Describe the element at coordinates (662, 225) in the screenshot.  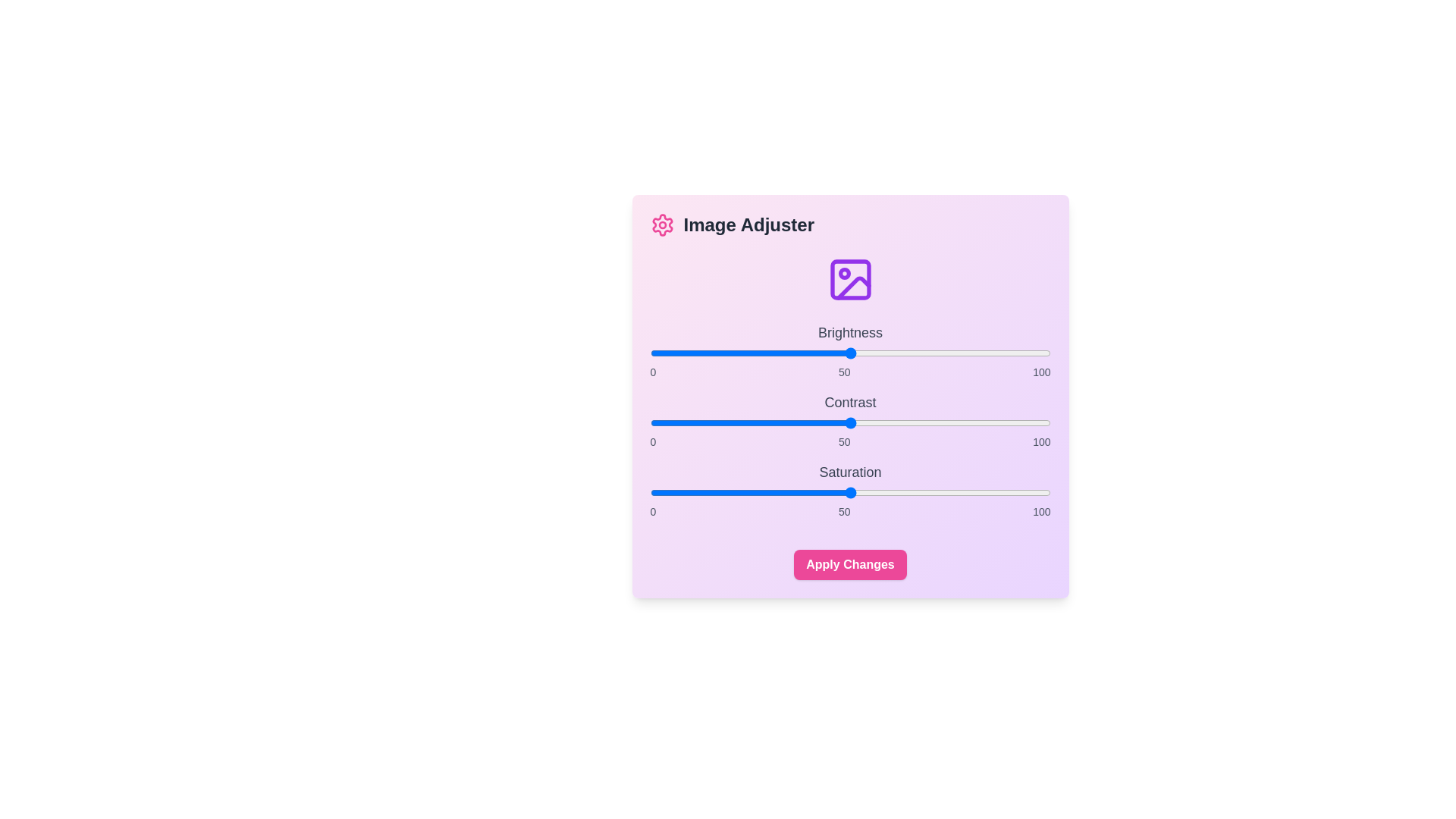
I see `the settings icon located at the top left corner of the component` at that location.